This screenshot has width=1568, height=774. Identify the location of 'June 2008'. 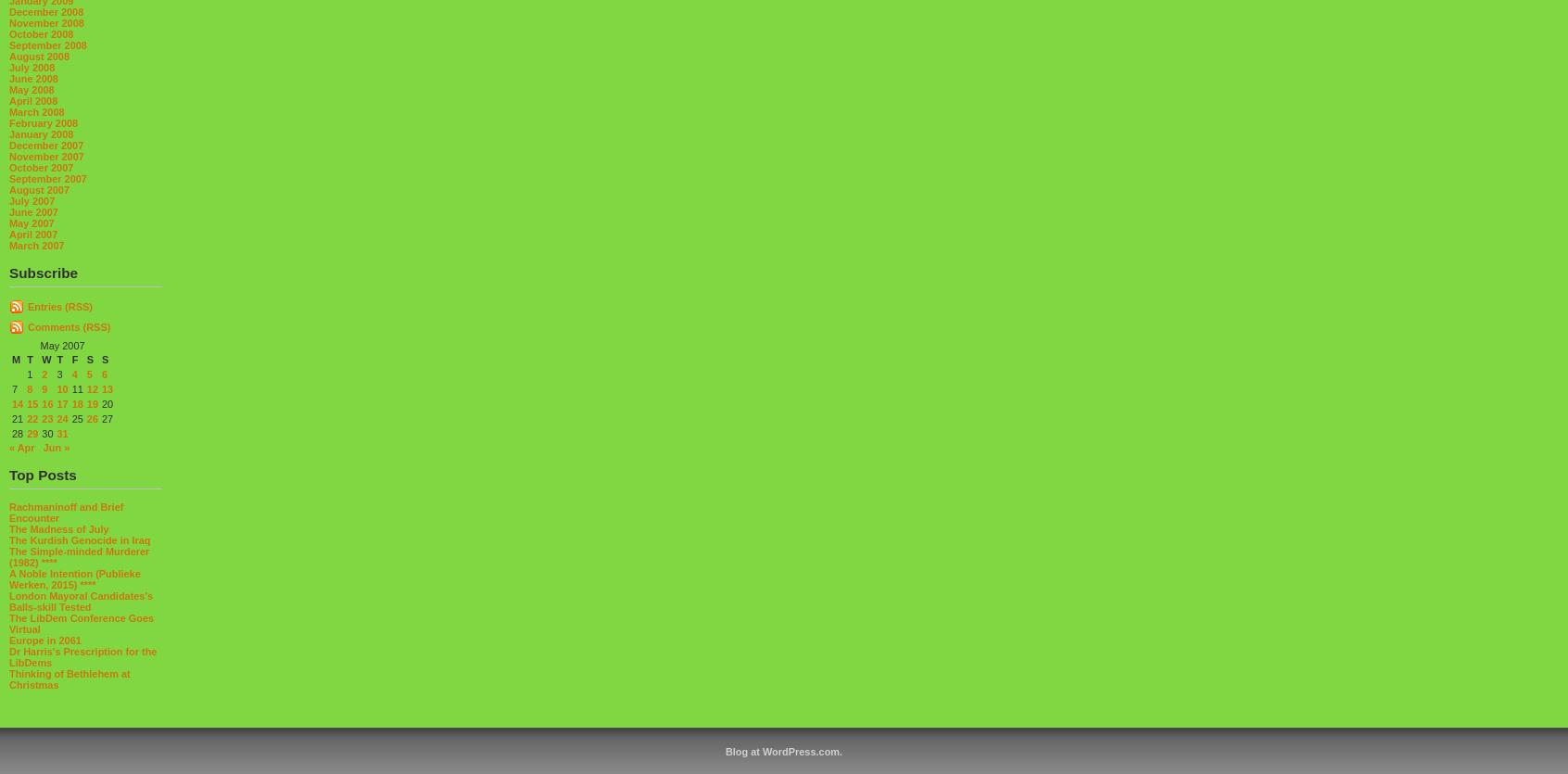
(32, 78).